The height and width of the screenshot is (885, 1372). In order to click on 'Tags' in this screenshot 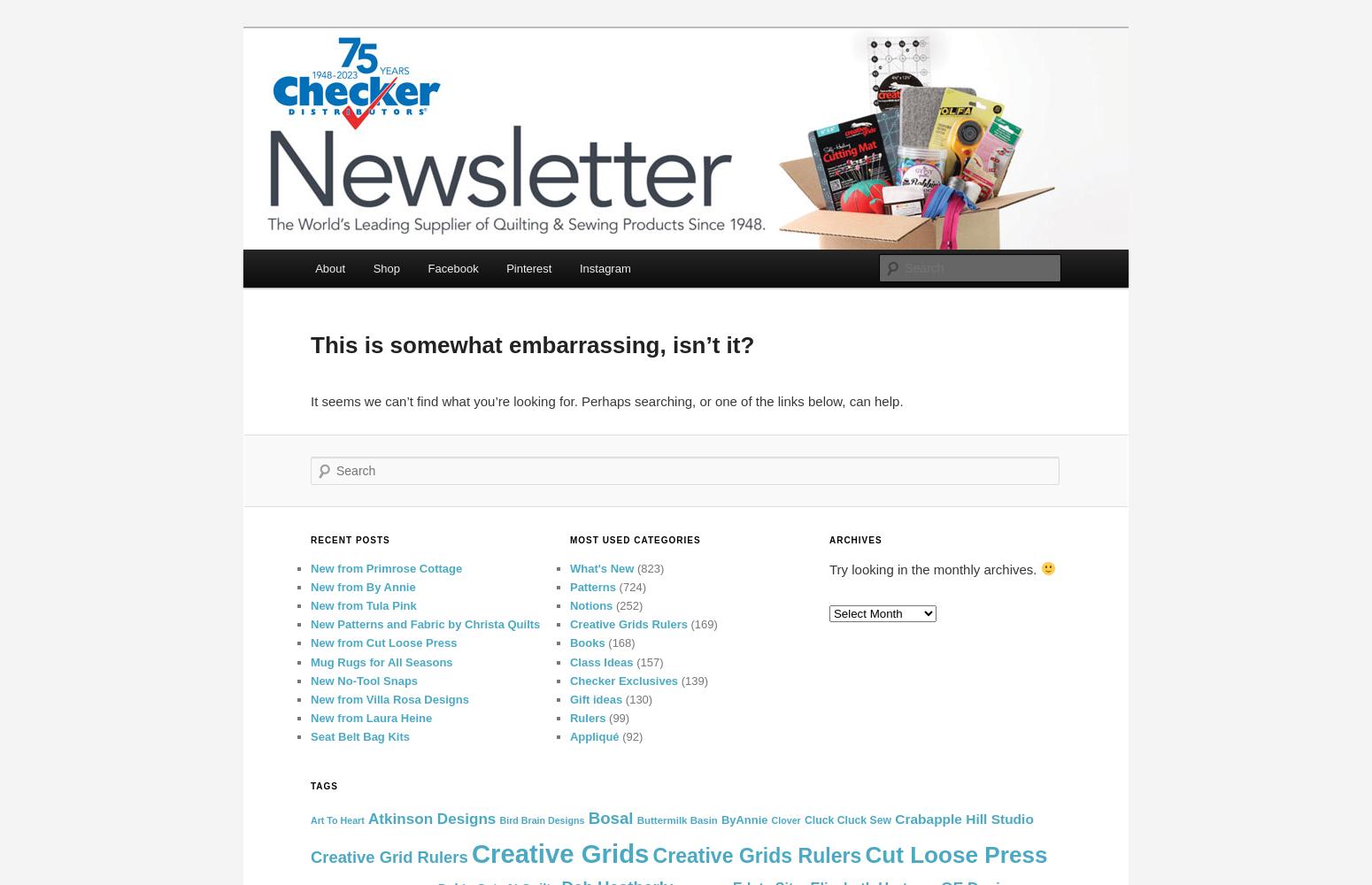, I will do `click(323, 786)`.